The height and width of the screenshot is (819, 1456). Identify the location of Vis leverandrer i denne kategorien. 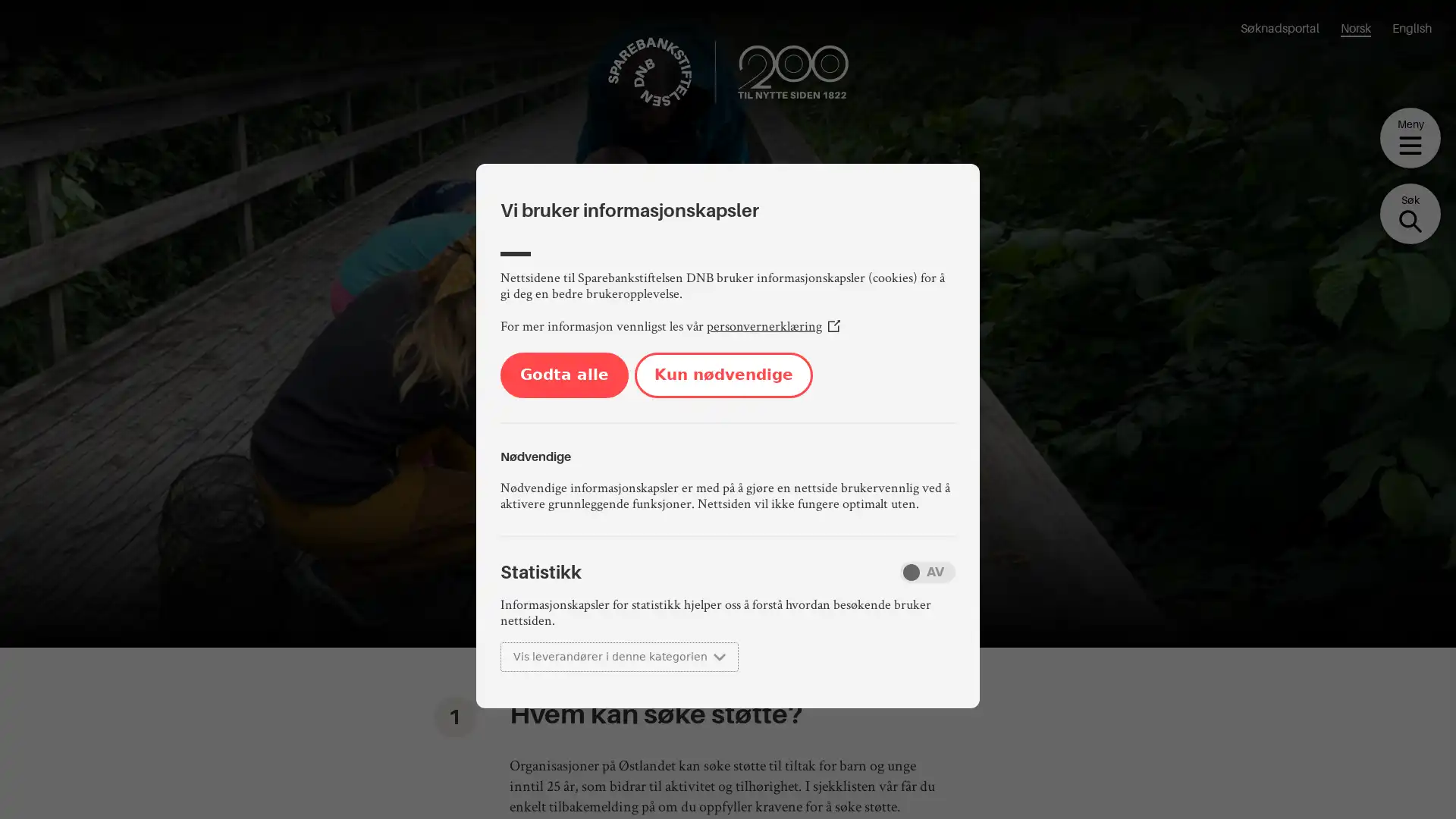
(619, 656).